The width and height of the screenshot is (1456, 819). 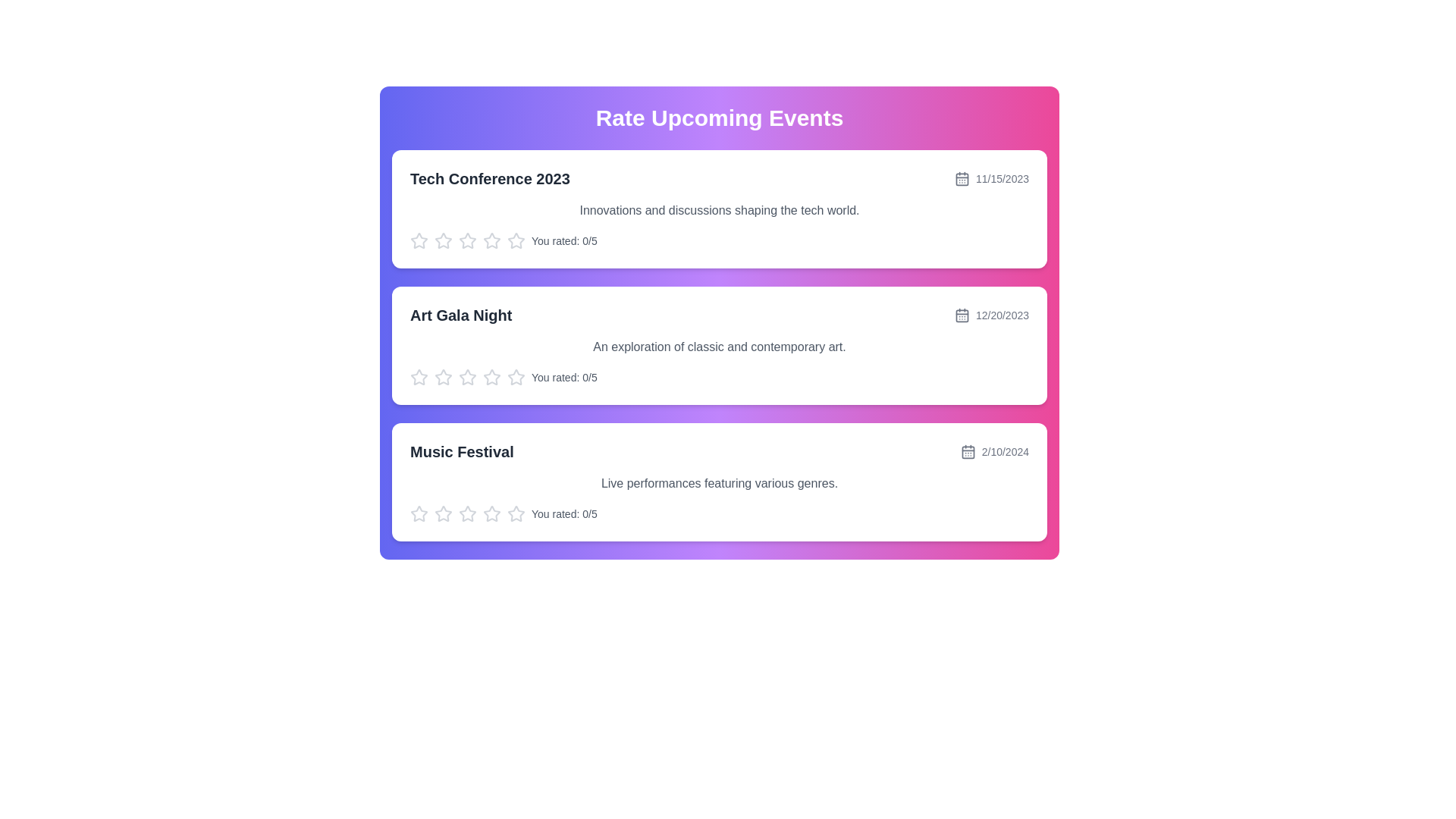 What do you see at coordinates (467, 240) in the screenshot?
I see `the first star-shaped Rating icon in the 'Tech Conference 2023' rating section` at bounding box center [467, 240].